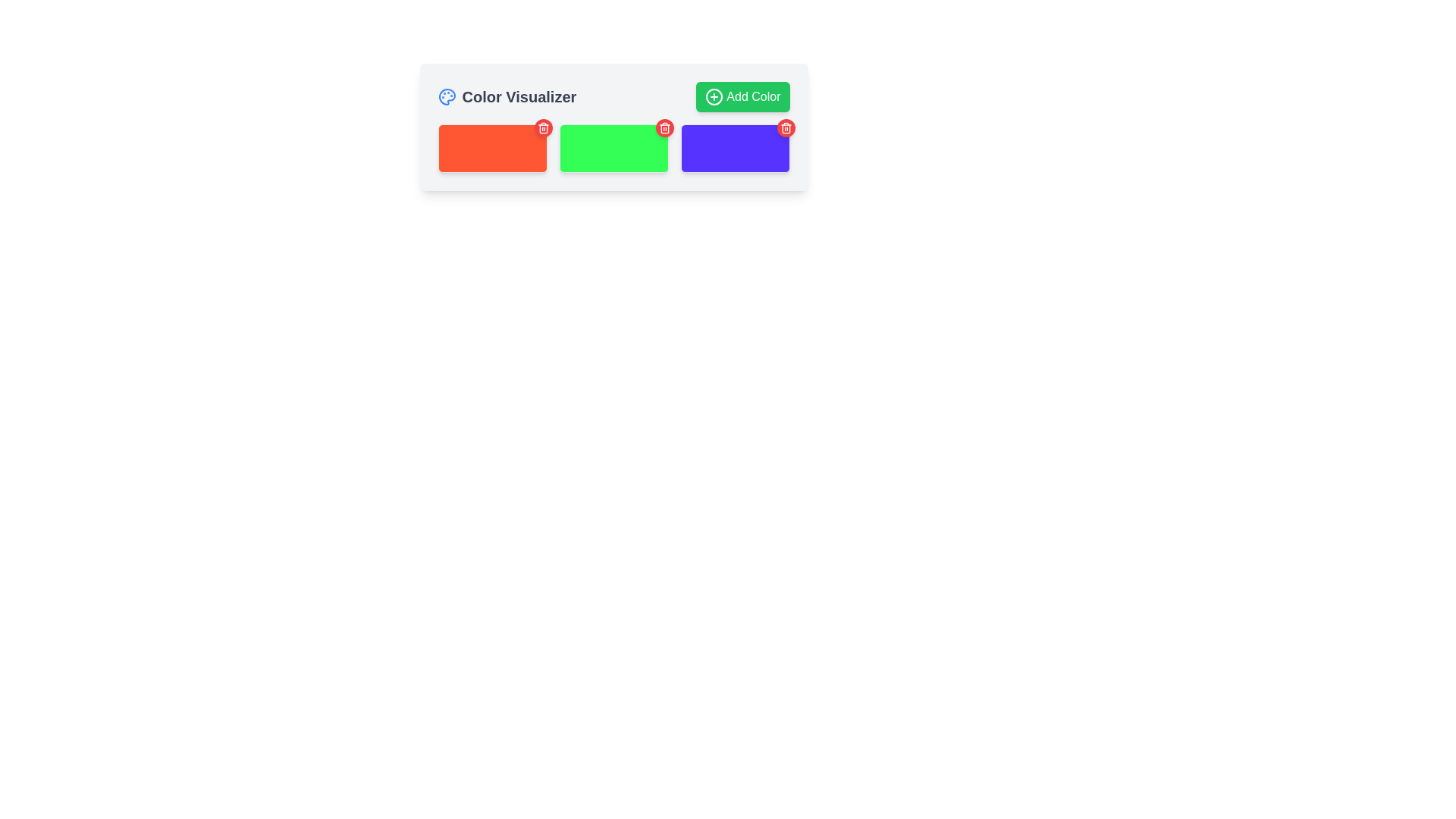 The height and width of the screenshot is (819, 1456). Describe the element at coordinates (613, 149) in the screenshot. I see `the middle color display box, which has a bright green background and rounded edges, positioned centrally between a red box on the left and a purple box on the right` at that location.